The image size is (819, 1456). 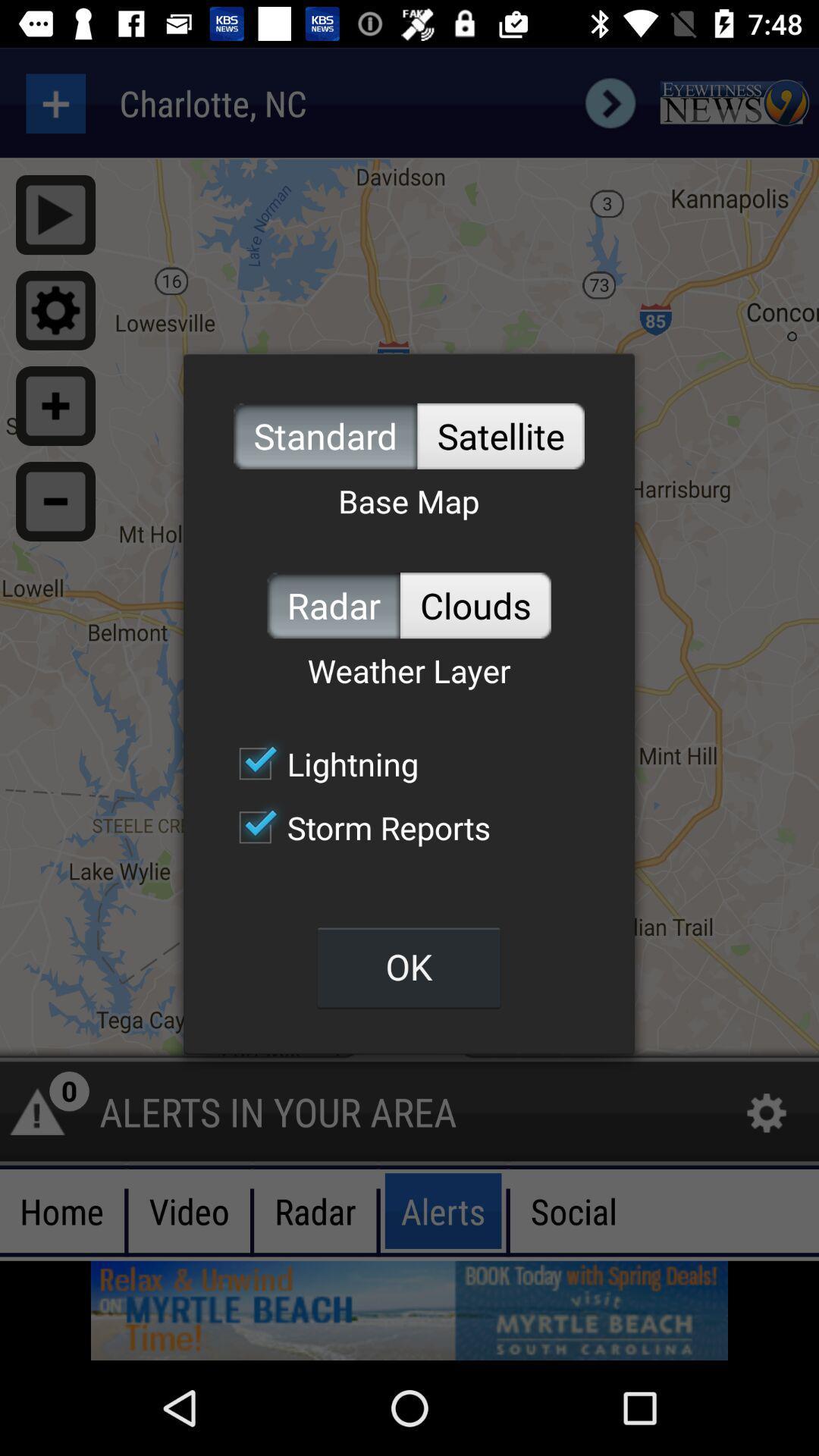 What do you see at coordinates (356, 827) in the screenshot?
I see `the icon above the ok icon` at bounding box center [356, 827].